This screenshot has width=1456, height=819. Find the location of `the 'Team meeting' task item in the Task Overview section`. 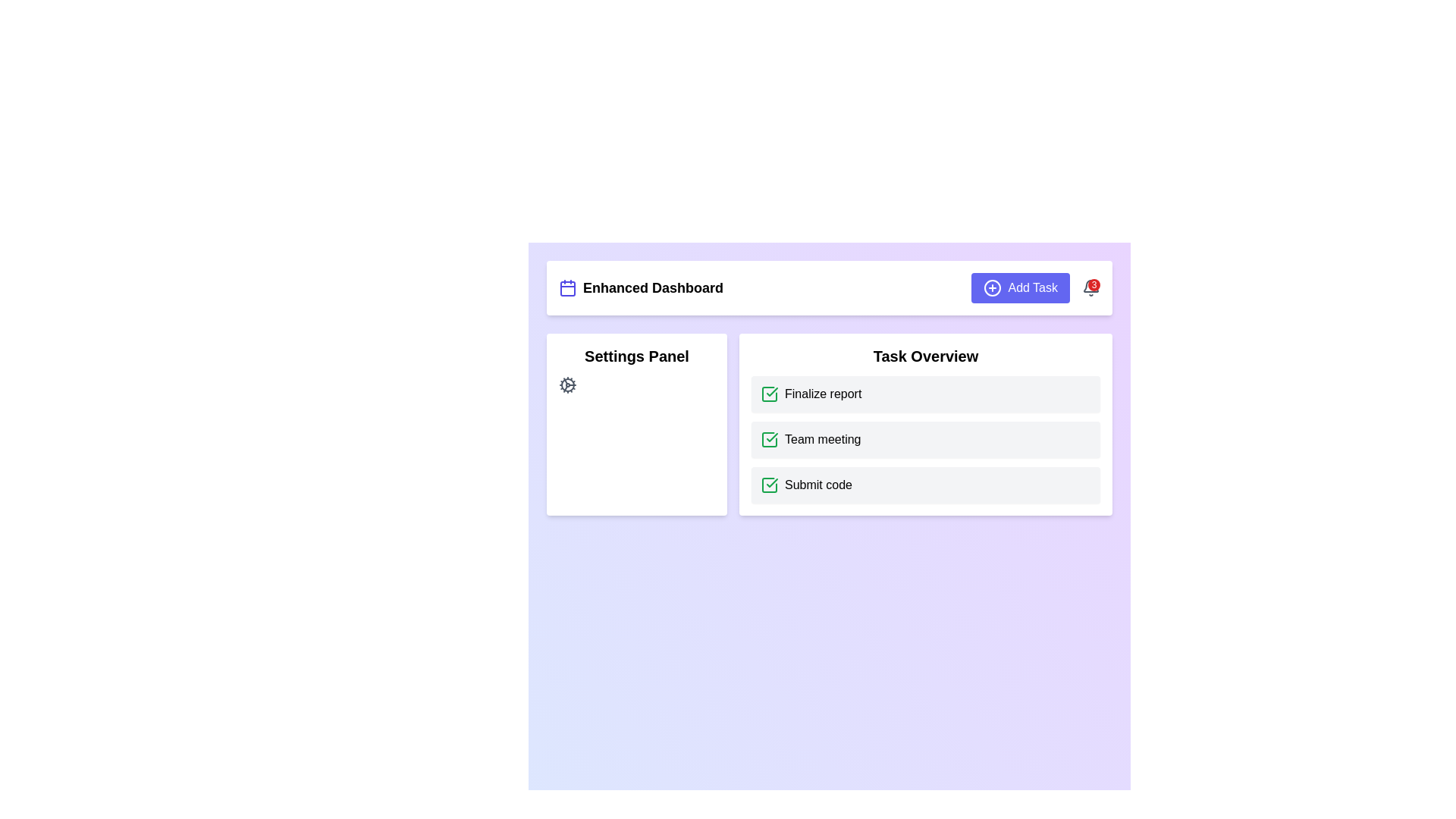

the 'Team meeting' task item in the Task Overview section is located at coordinates (924, 439).